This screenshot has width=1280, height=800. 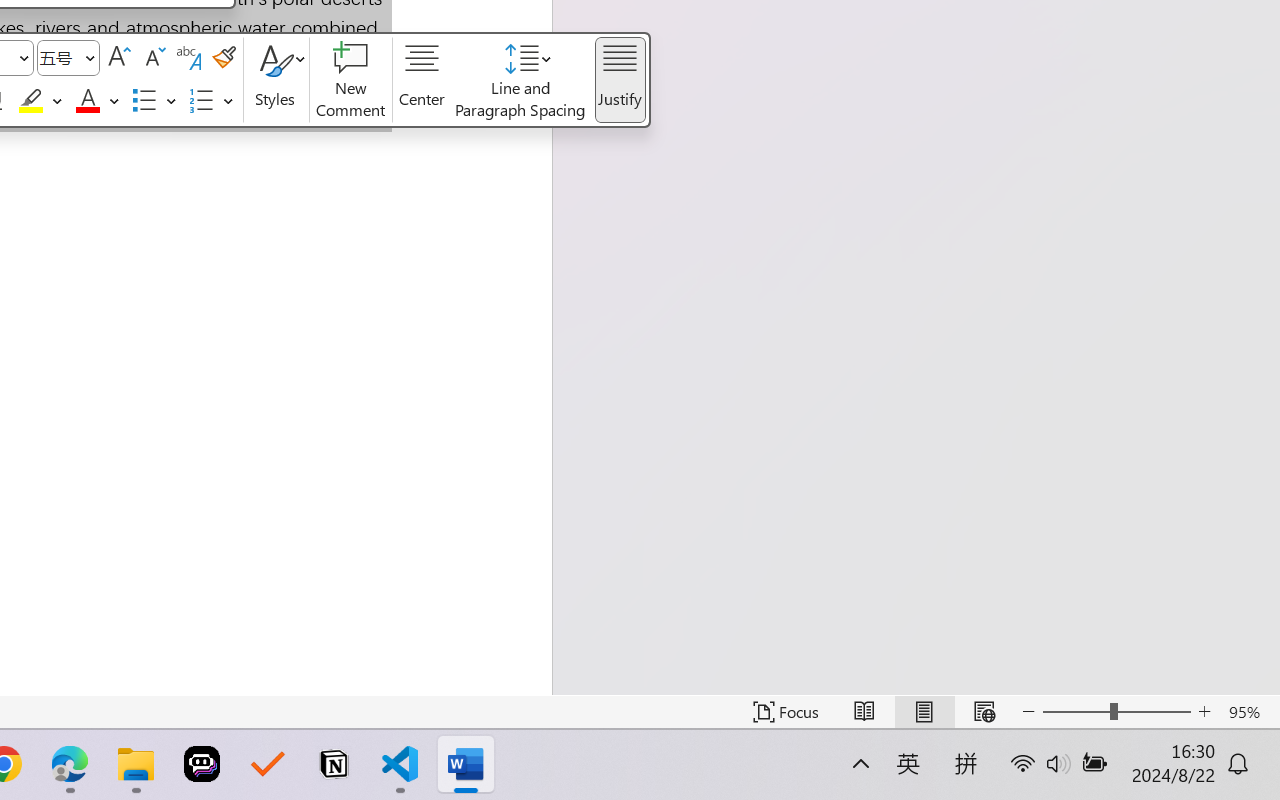 What do you see at coordinates (89, 56) in the screenshot?
I see `'Open'` at bounding box center [89, 56].